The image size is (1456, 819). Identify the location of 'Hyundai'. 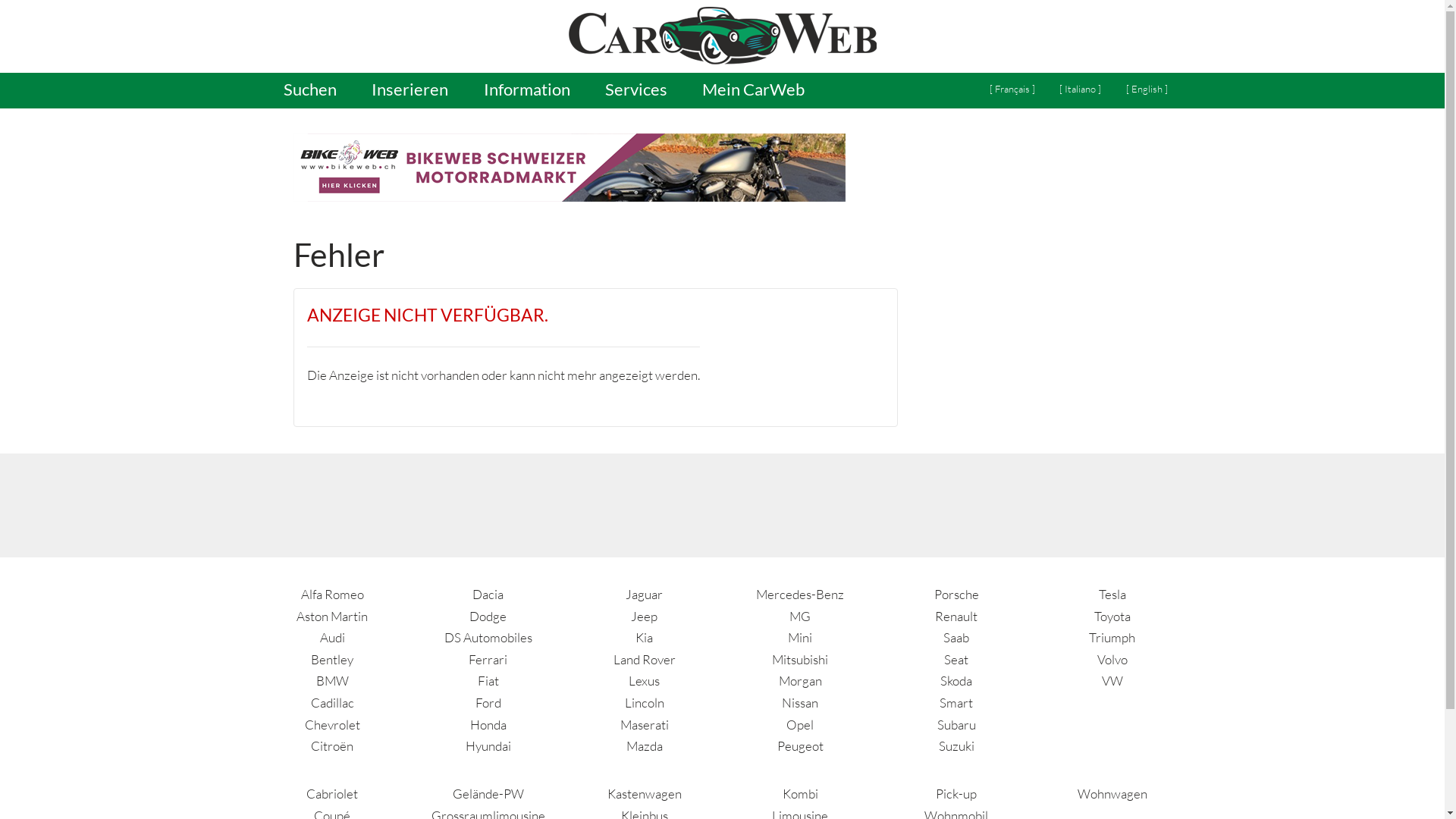
(488, 745).